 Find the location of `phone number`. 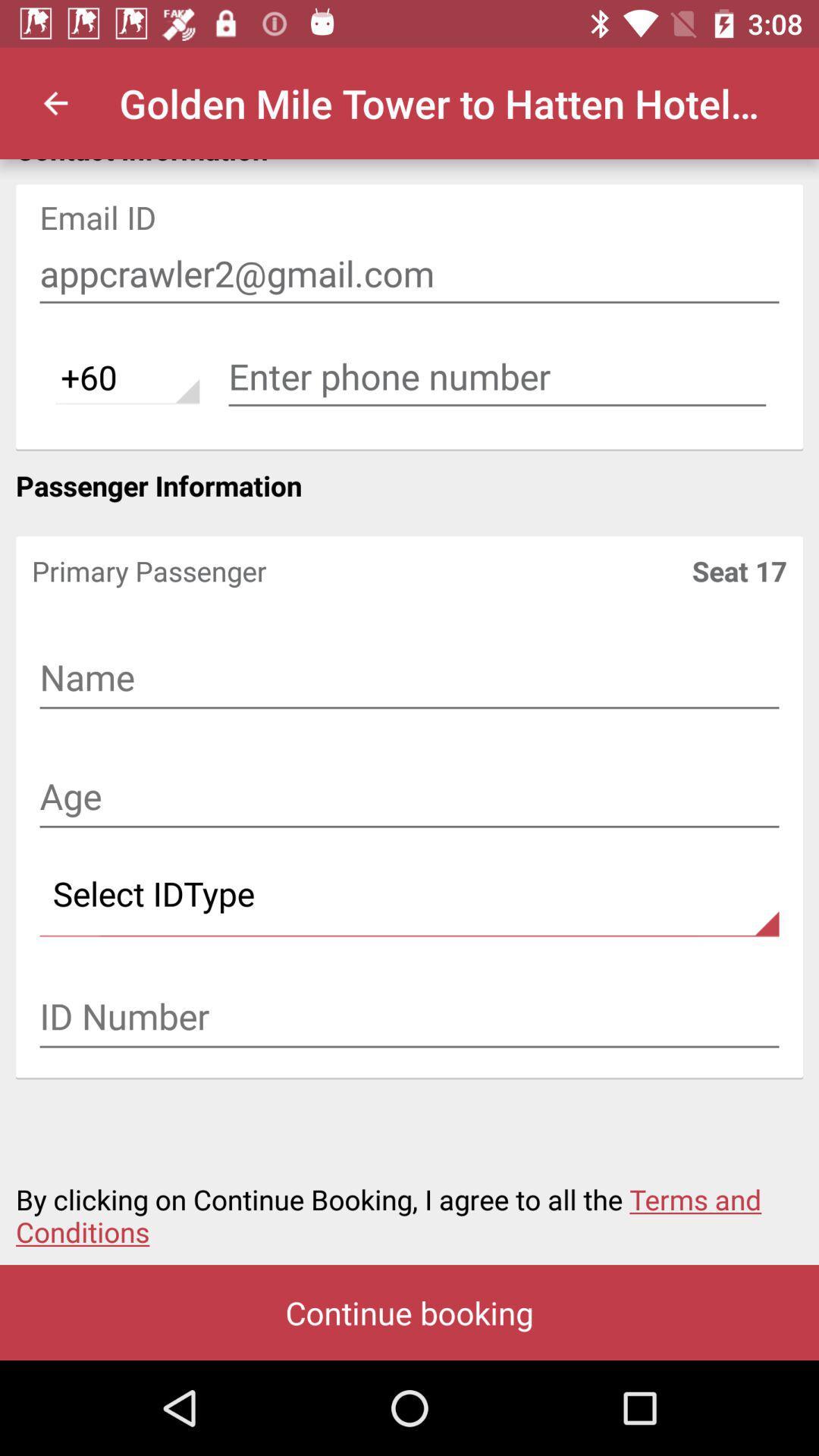

phone number is located at coordinates (497, 377).